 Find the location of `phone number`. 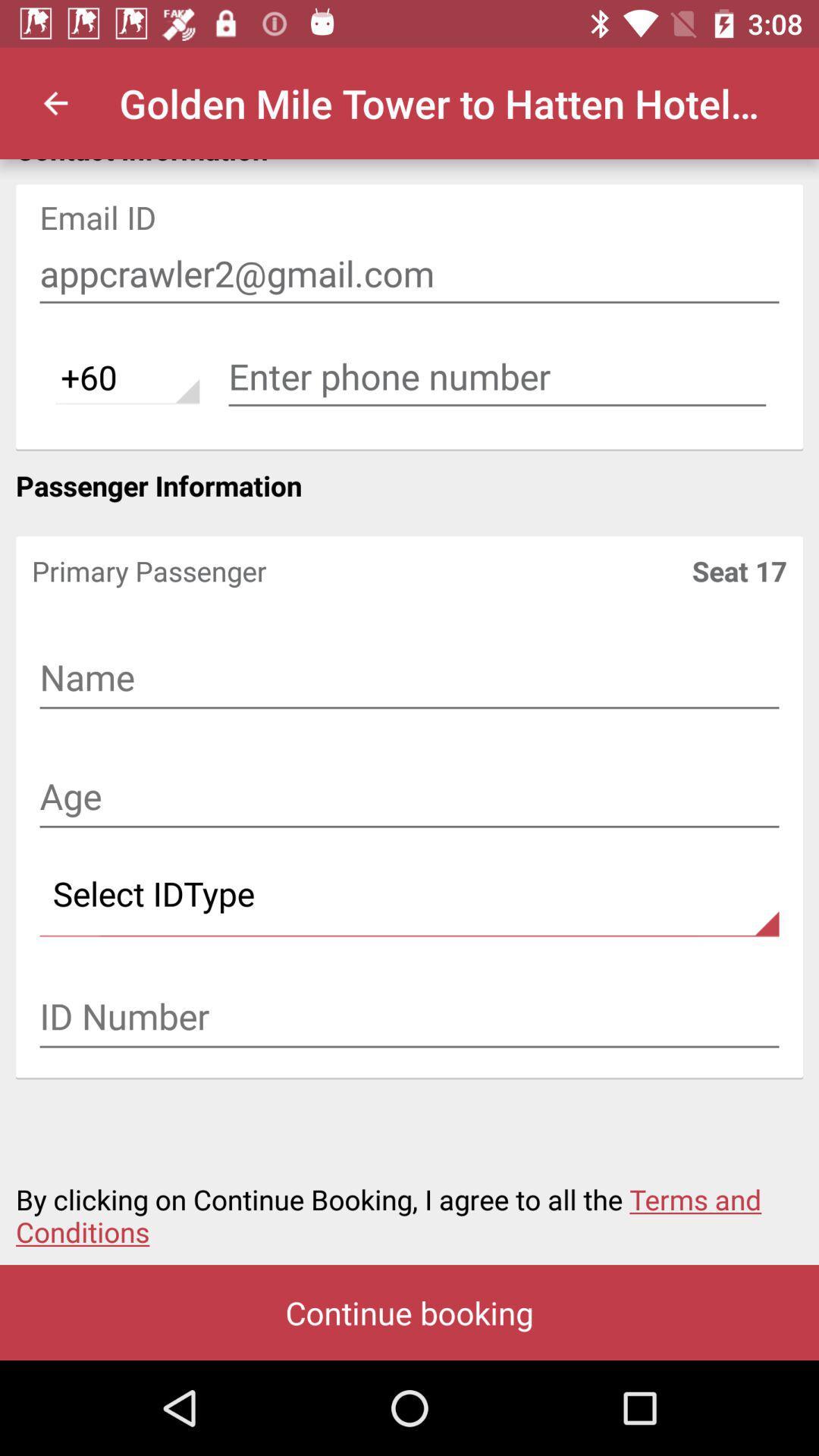

phone number is located at coordinates (497, 377).